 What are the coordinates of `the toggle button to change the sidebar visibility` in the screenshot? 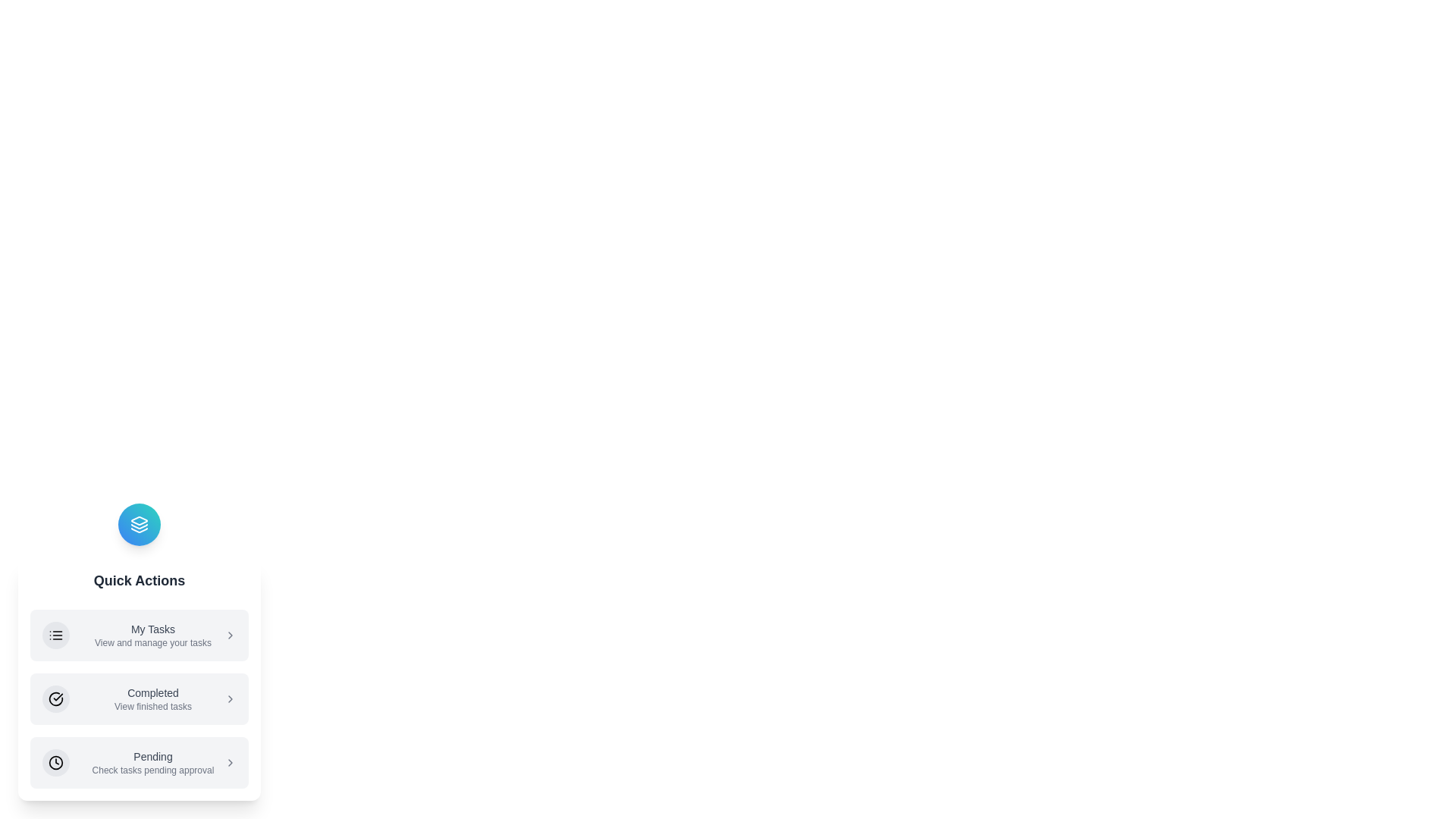 It's located at (139, 523).